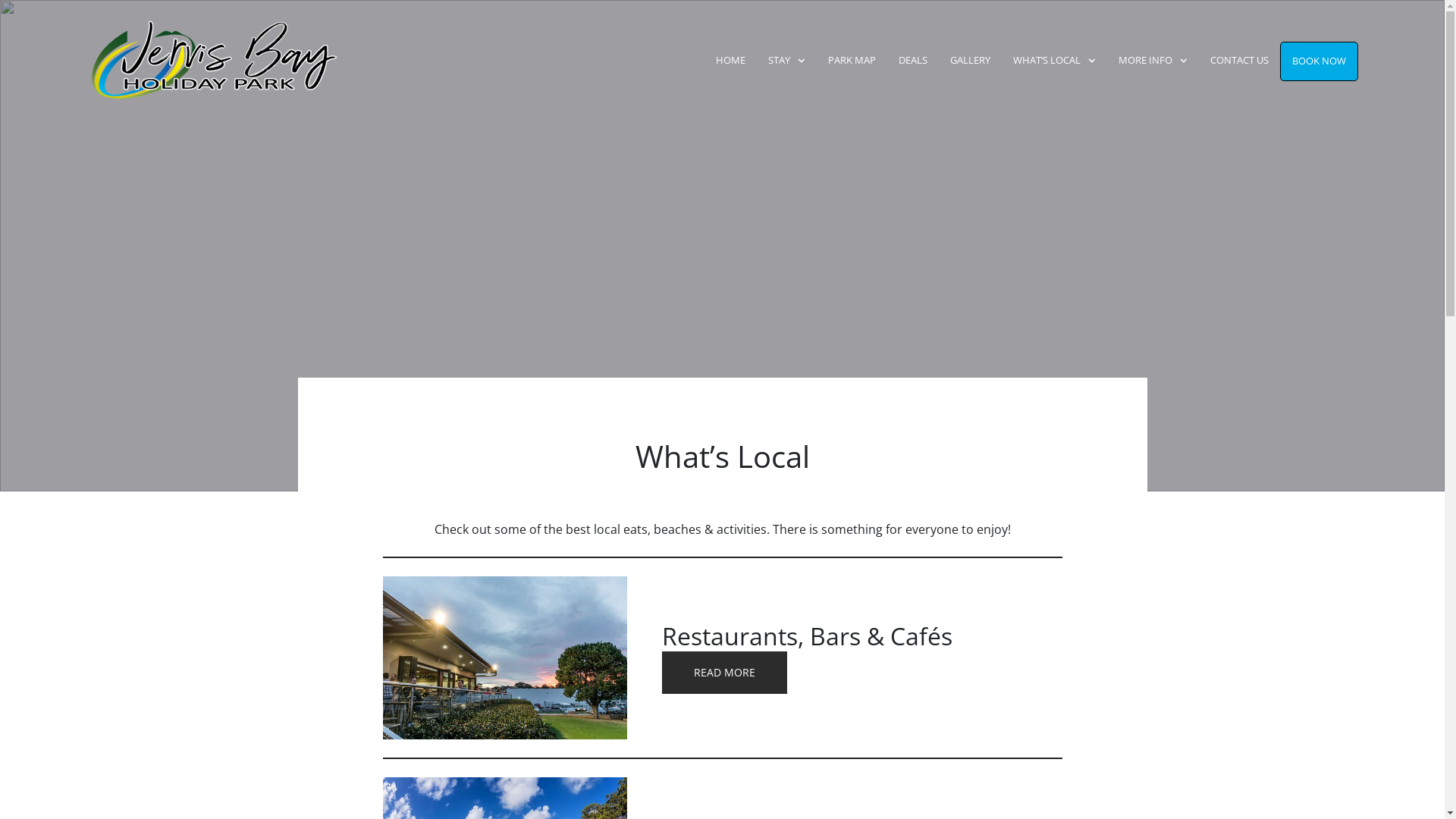 The width and height of the screenshot is (1456, 819). I want to click on 'PARK MAP', so click(852, 60).